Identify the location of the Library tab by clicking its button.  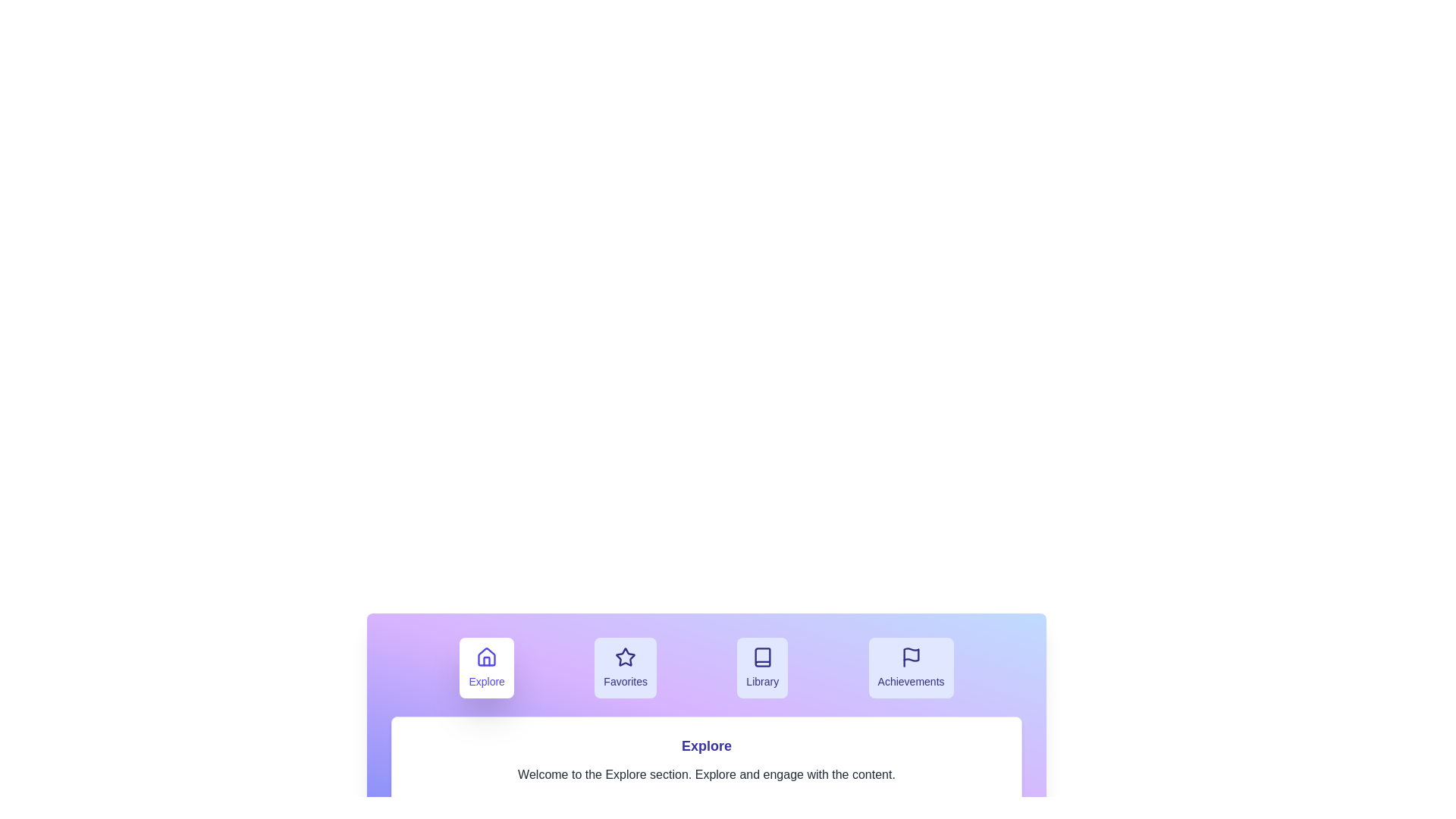
(763, 667).